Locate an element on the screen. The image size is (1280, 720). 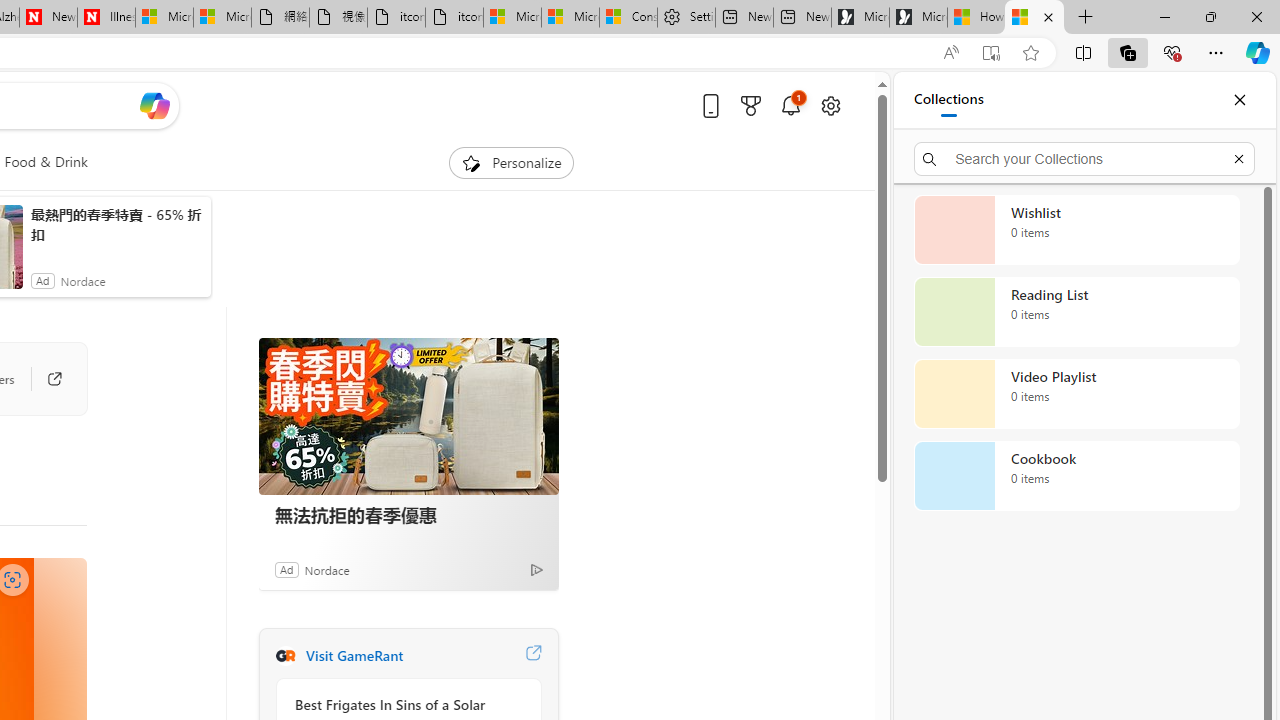
'Notifications' is located at coordinates (790, 105).